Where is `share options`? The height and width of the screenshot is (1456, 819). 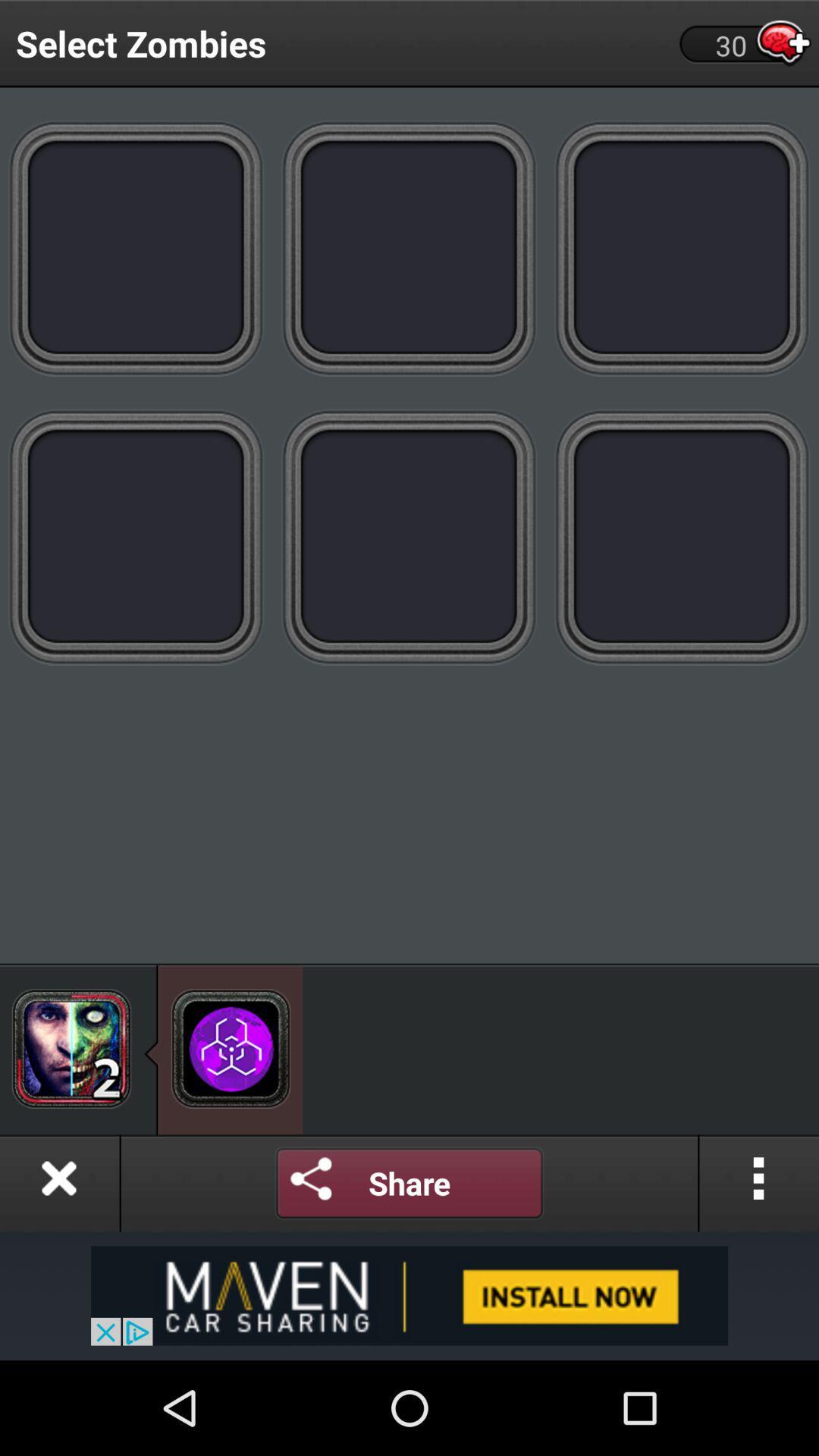
share options is located at coordinates (311, 1182).